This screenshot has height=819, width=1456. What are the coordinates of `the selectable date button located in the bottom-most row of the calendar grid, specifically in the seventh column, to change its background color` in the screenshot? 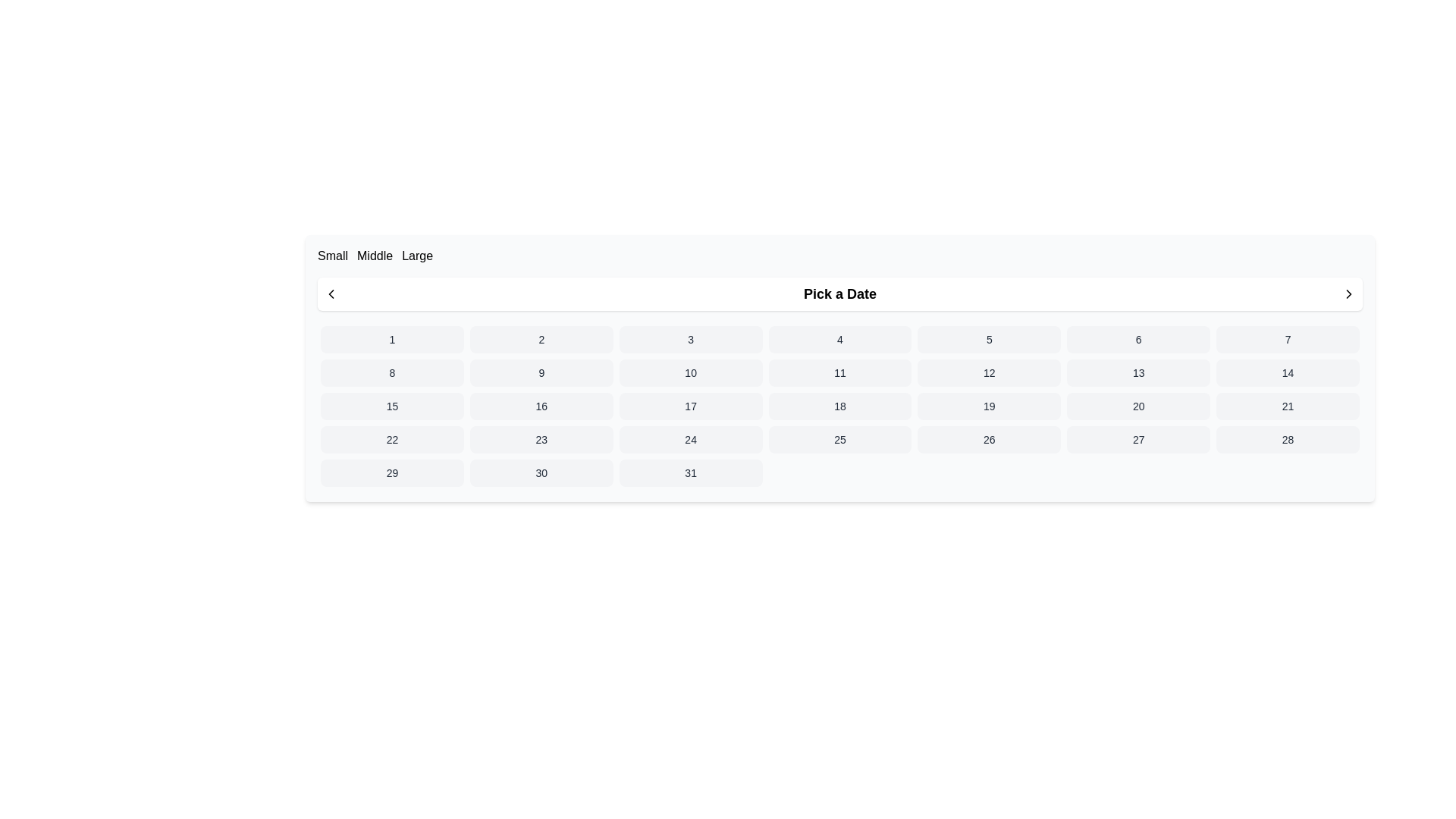 It's located at (690, 472).